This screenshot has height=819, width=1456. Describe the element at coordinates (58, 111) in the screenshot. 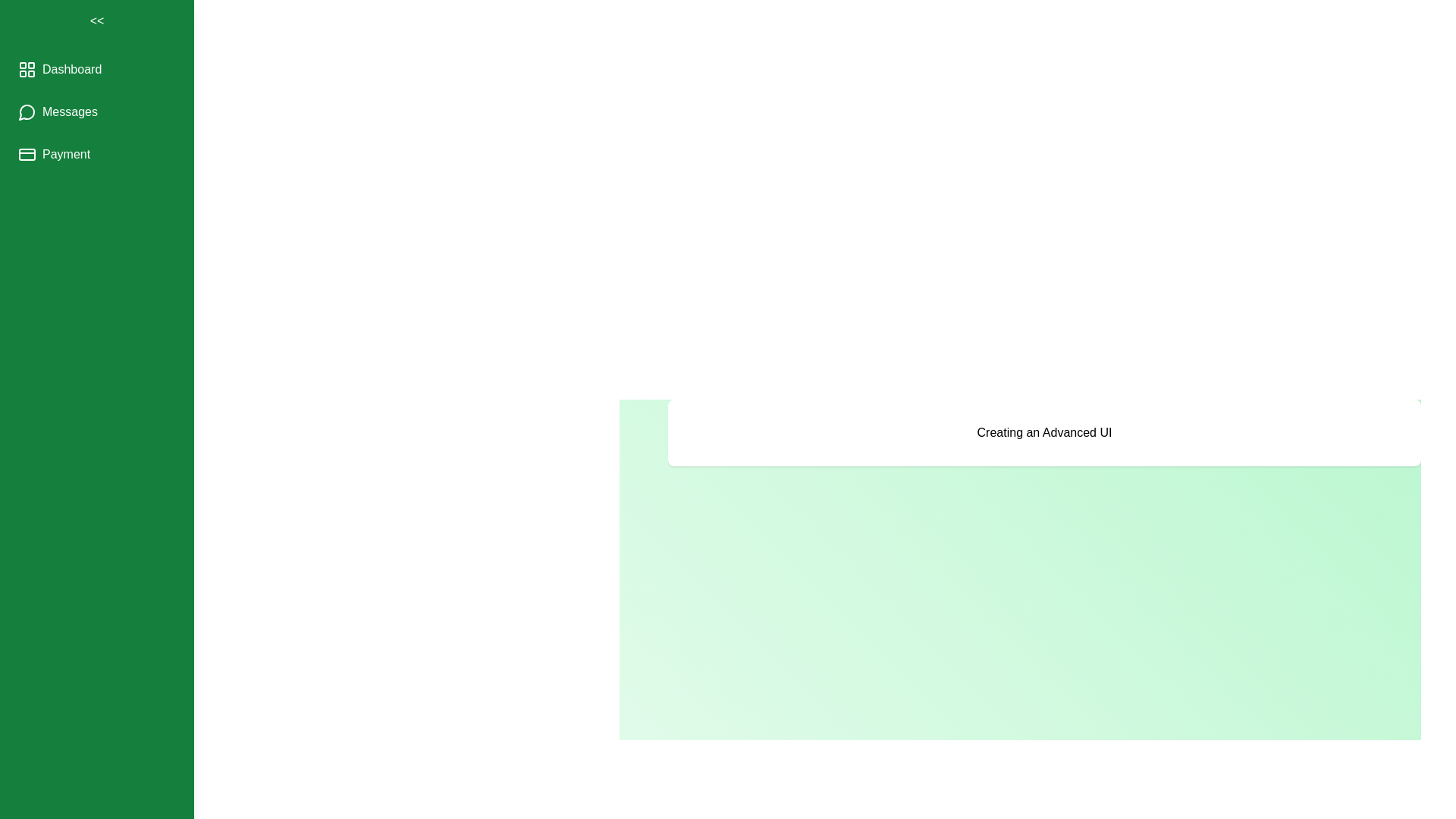

I see `the second button in the vertical navigation sidebar` at that location.